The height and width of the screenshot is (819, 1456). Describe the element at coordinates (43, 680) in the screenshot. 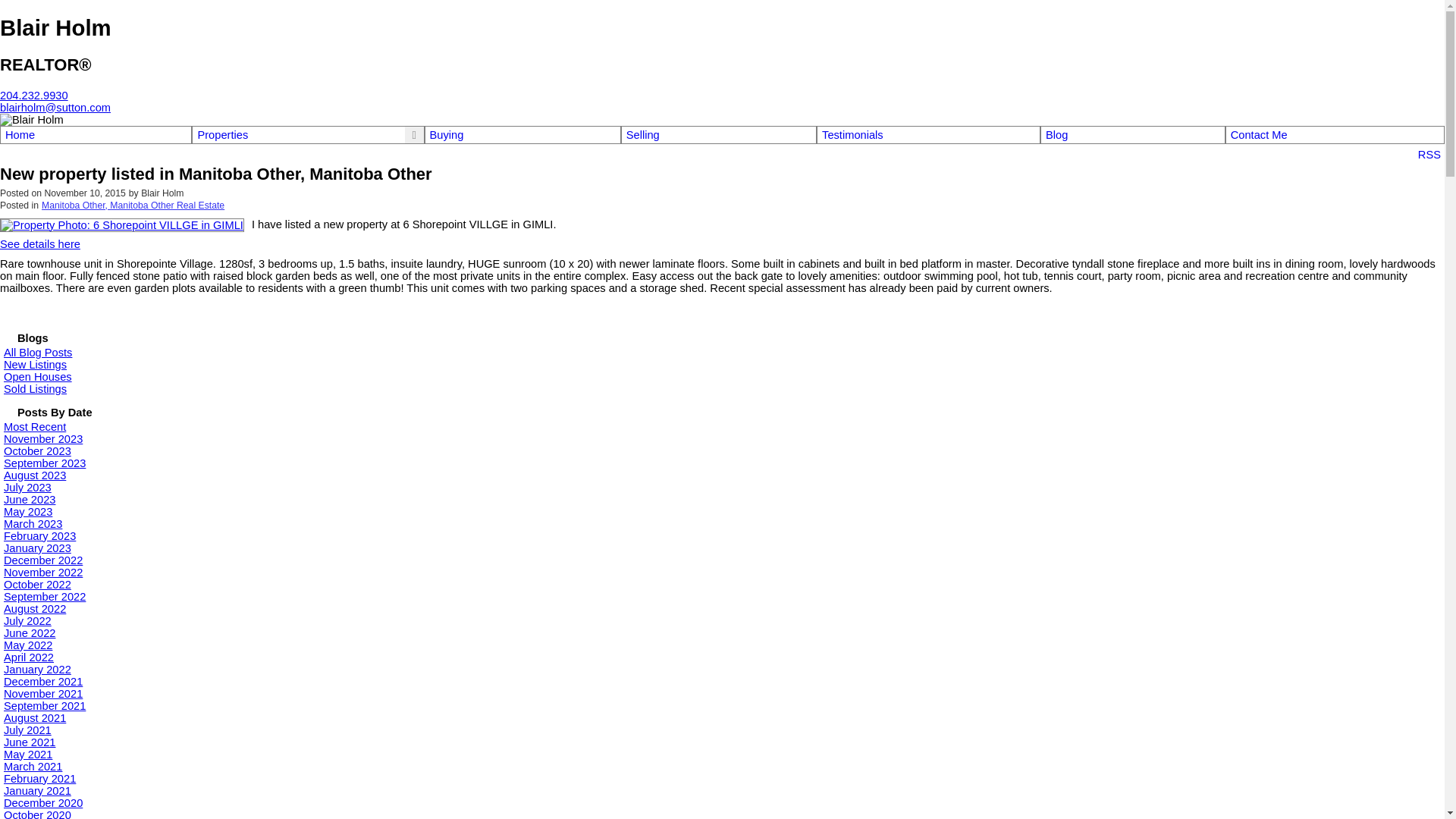

I see `'December 2021'` at that location.